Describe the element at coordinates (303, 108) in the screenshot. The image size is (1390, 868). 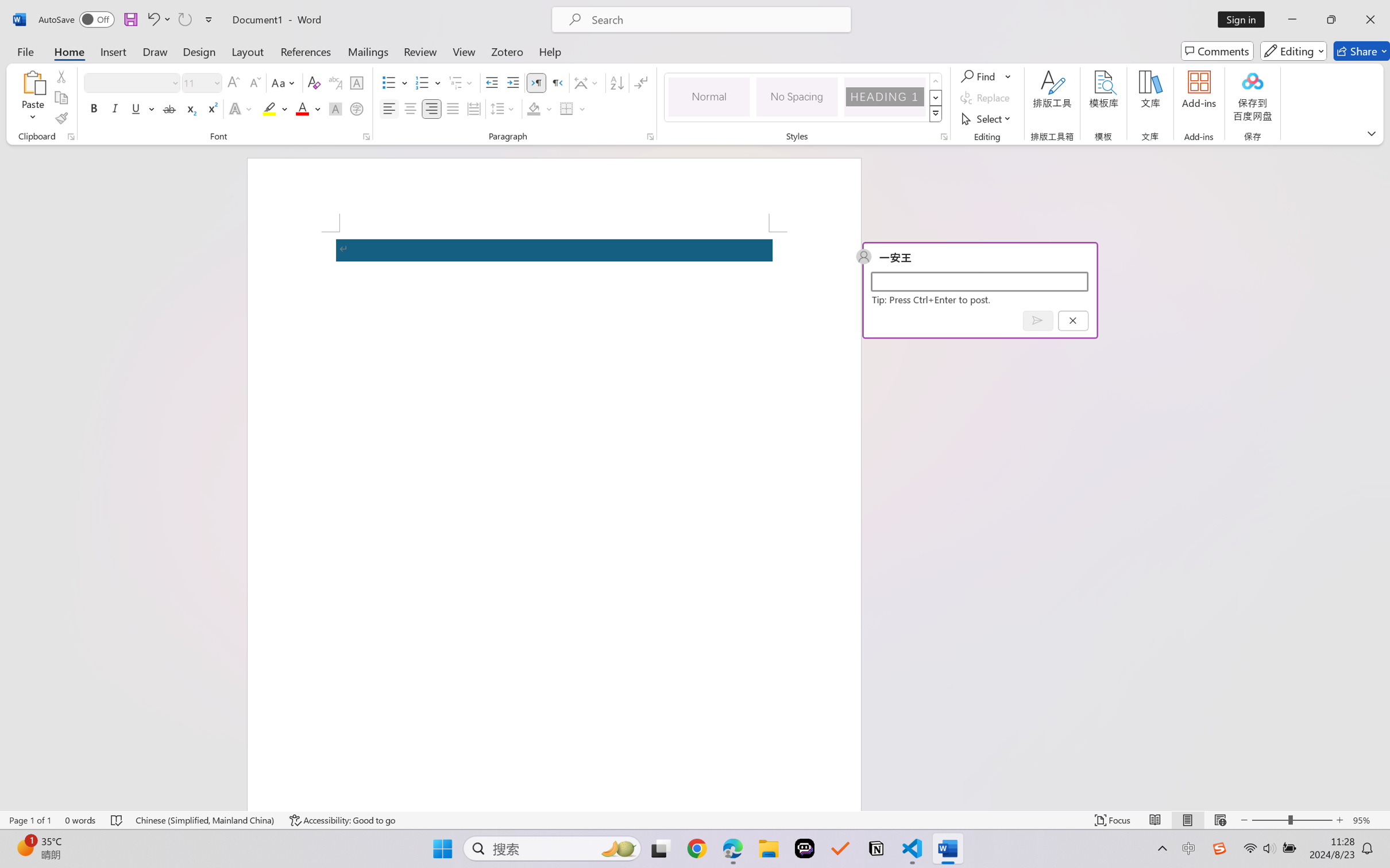
I see `'Font Color RGB(255, 0, 0)'` at that location.